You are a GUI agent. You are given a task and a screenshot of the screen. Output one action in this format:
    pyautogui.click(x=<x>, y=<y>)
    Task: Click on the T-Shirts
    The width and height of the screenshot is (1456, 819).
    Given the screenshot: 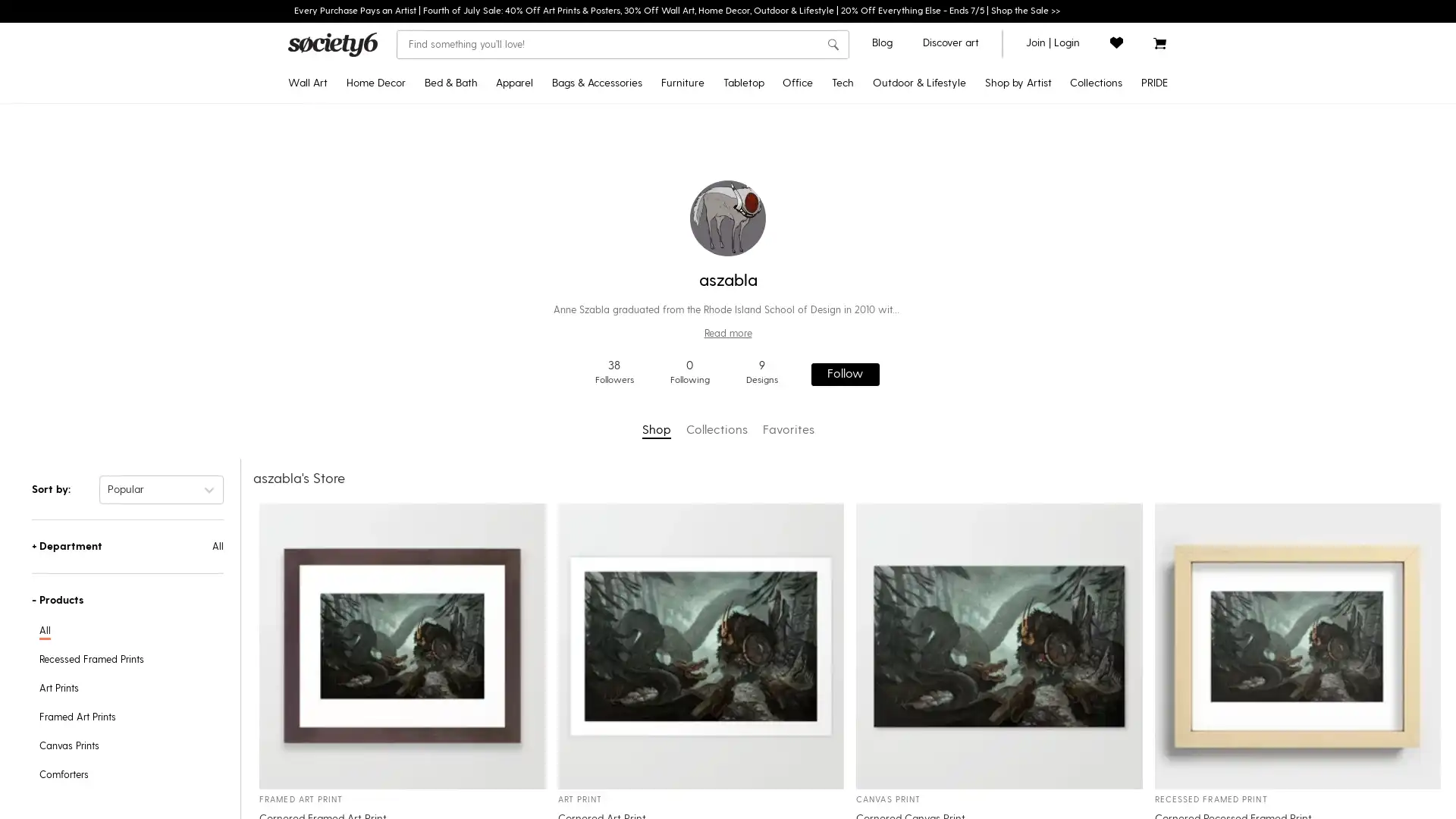 What is the action you would take?
    pyautogui.click(x=562, y=121)
    